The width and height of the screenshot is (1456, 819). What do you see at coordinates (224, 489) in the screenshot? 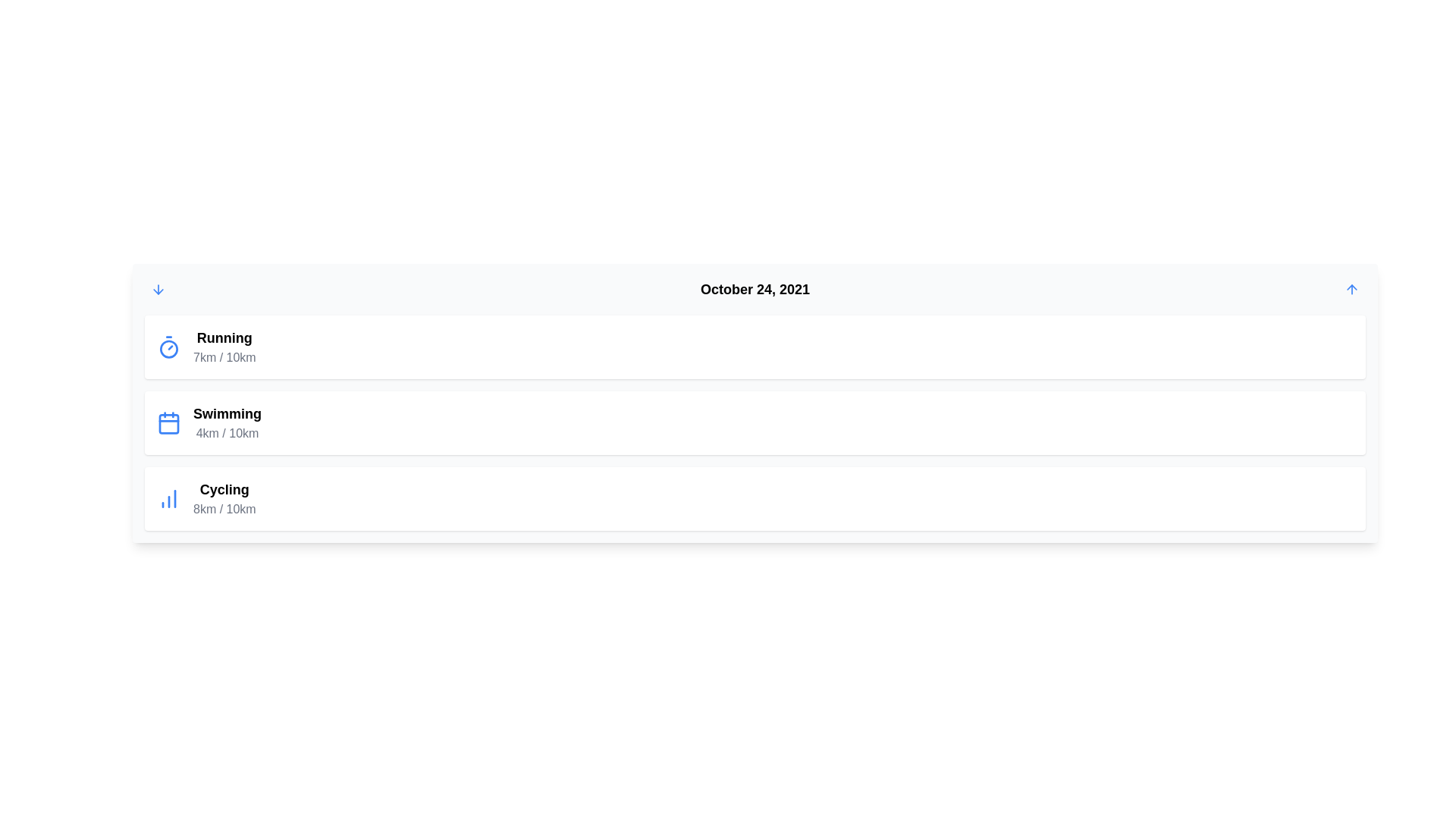
I see `the 'Cycling' text label, which is in bold black font, located in the third card of activity cards, positioned above the '8km / 10km' text` at bounding box center [224, 489].